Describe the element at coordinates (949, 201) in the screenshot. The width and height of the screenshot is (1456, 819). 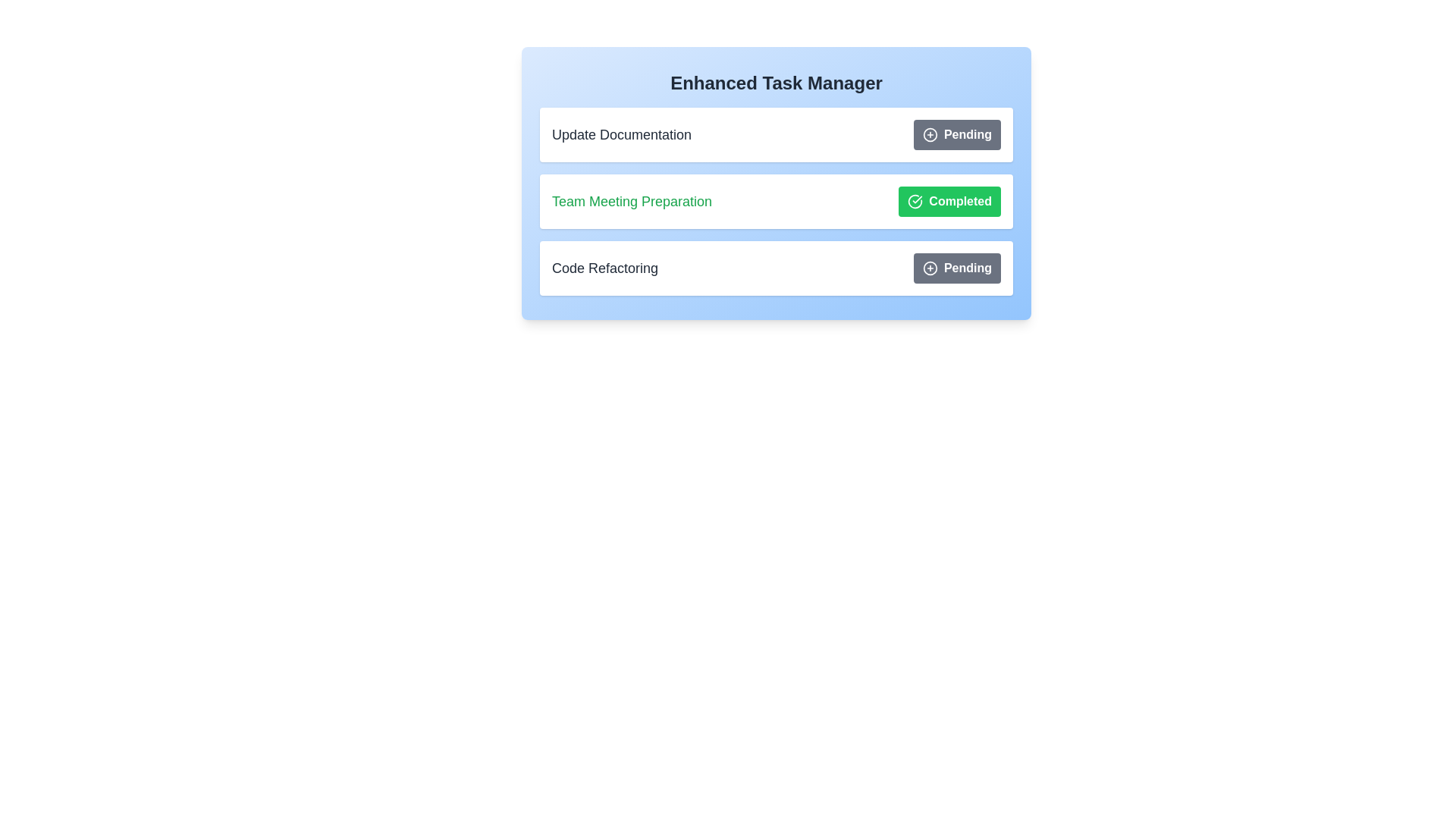
I see `status button for task Team Meeting Preparation to toggle its status` at that location.